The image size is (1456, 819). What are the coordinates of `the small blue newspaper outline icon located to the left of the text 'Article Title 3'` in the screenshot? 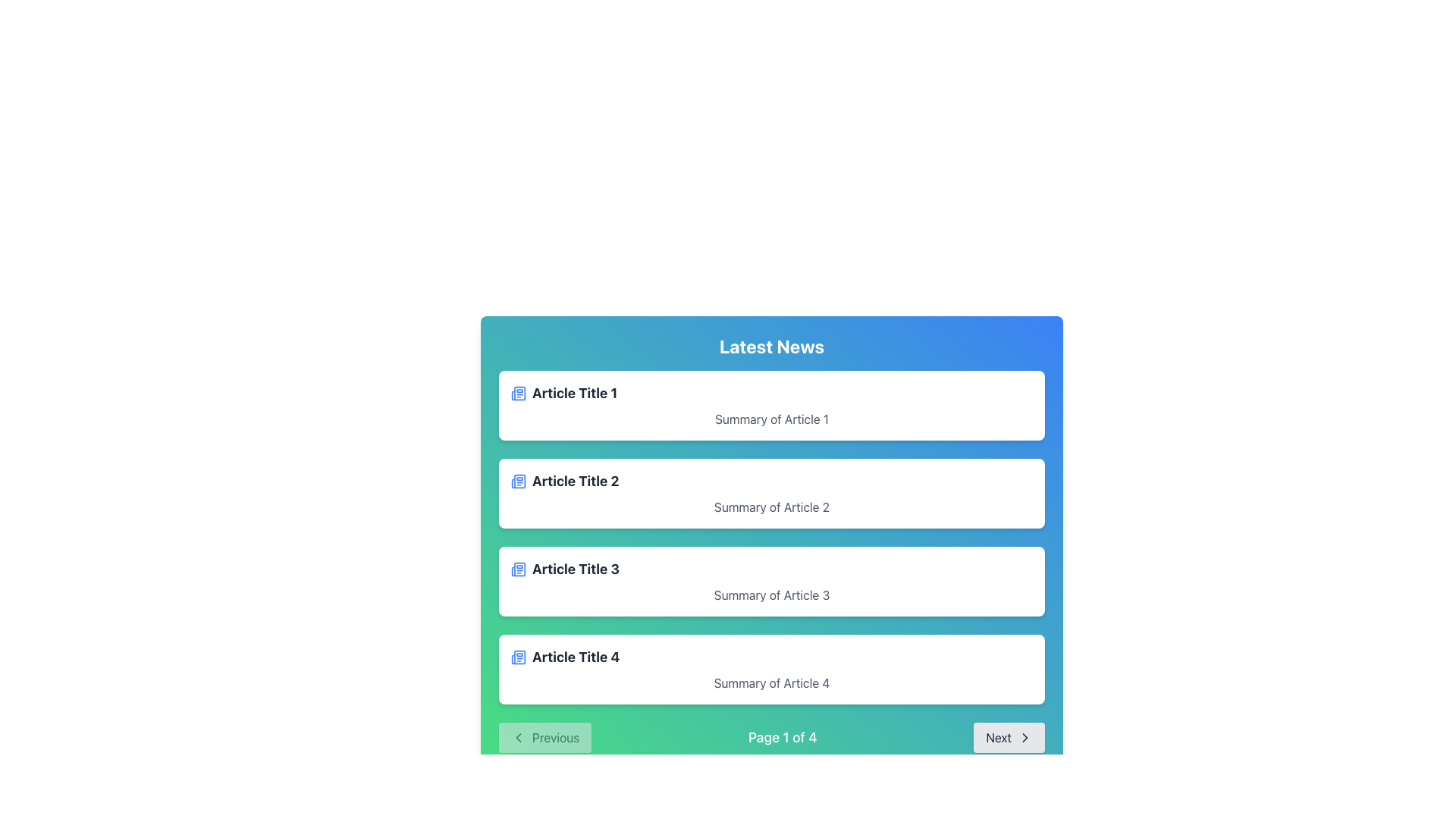 It's located at (519, 570).